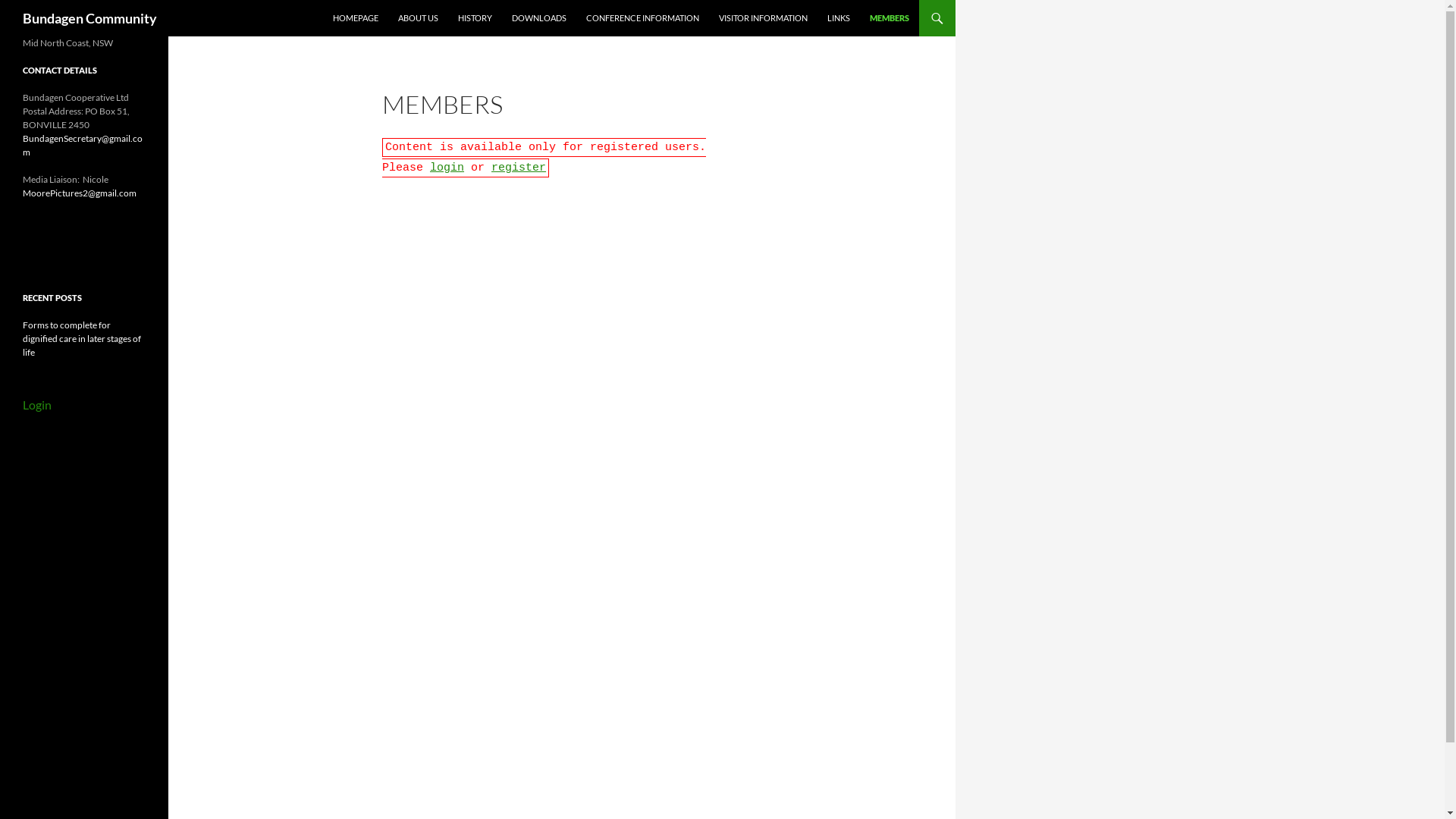 This screenshot has width=1456, height=819. I want to click on 'HOMEPAGE', so click(323, 17).